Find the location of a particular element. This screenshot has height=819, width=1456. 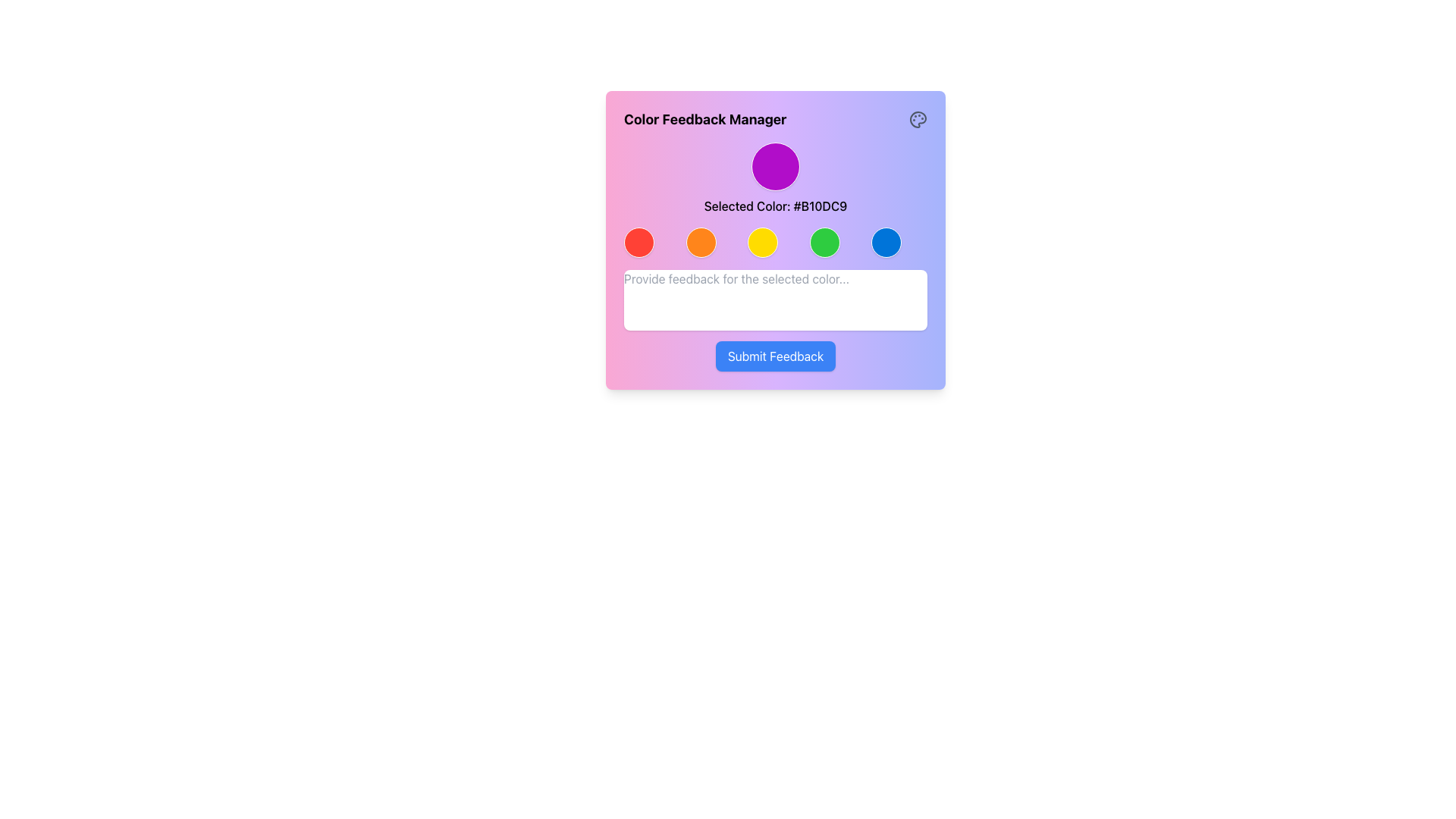

the circular yellow button with a white outline, which is the third button from the left in a row of five similar buttons is located at coordinates (763, 242).